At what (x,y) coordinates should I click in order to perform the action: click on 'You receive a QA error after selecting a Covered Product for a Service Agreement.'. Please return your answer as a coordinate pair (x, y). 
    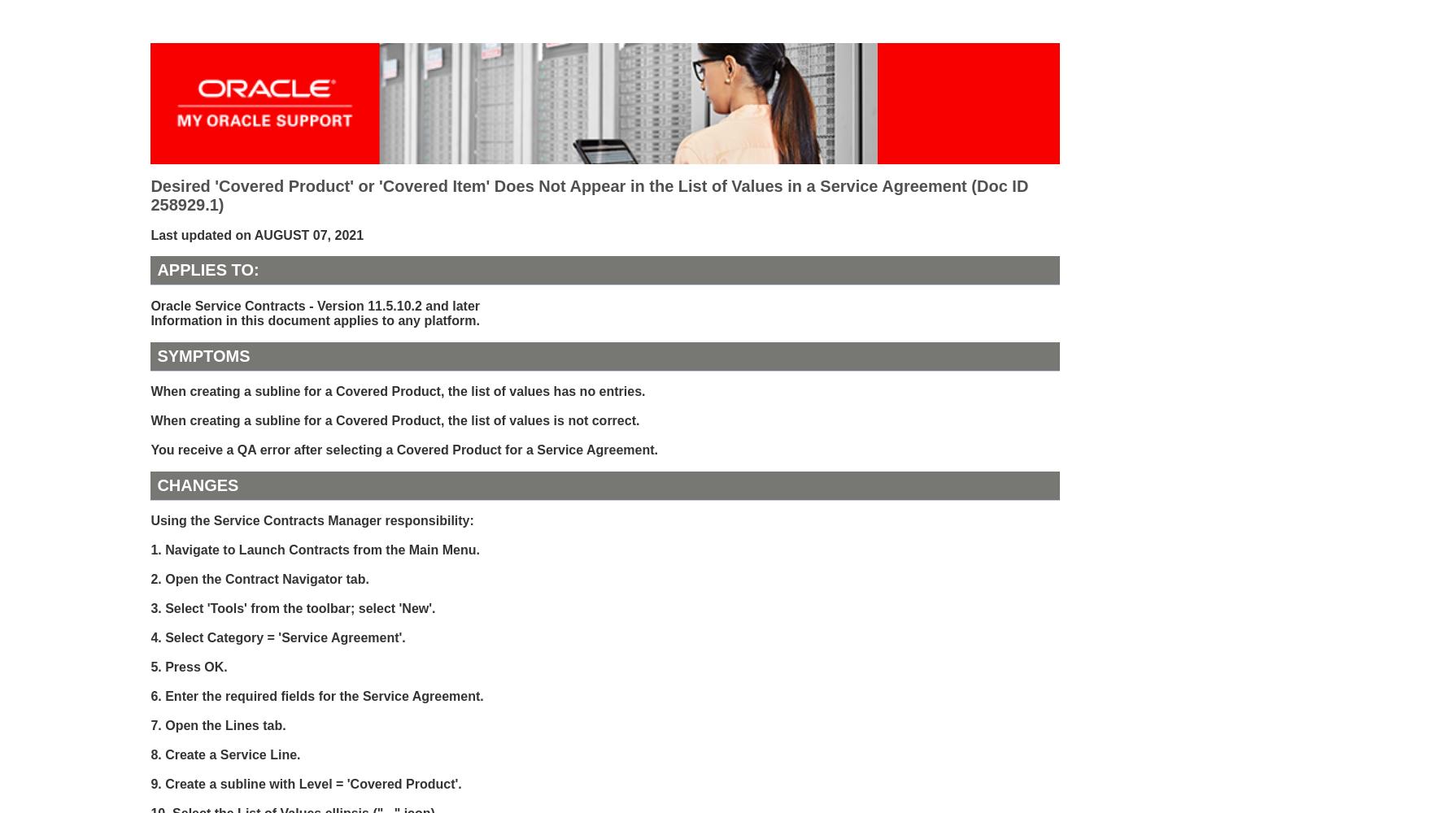
    Looking at the image, I should click on (403, 450).